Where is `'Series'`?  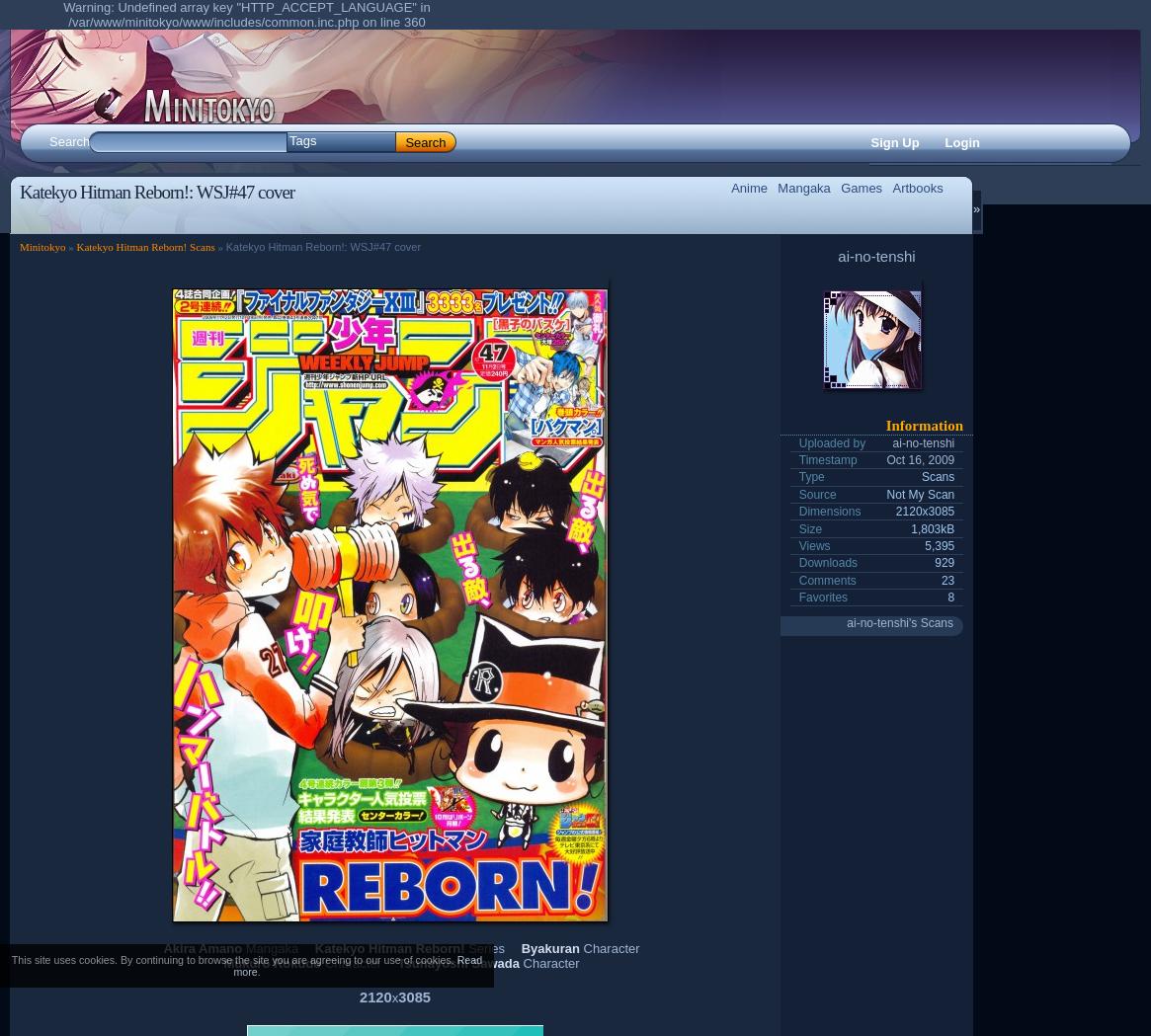
'Series' is located at coordinates (484, 947).